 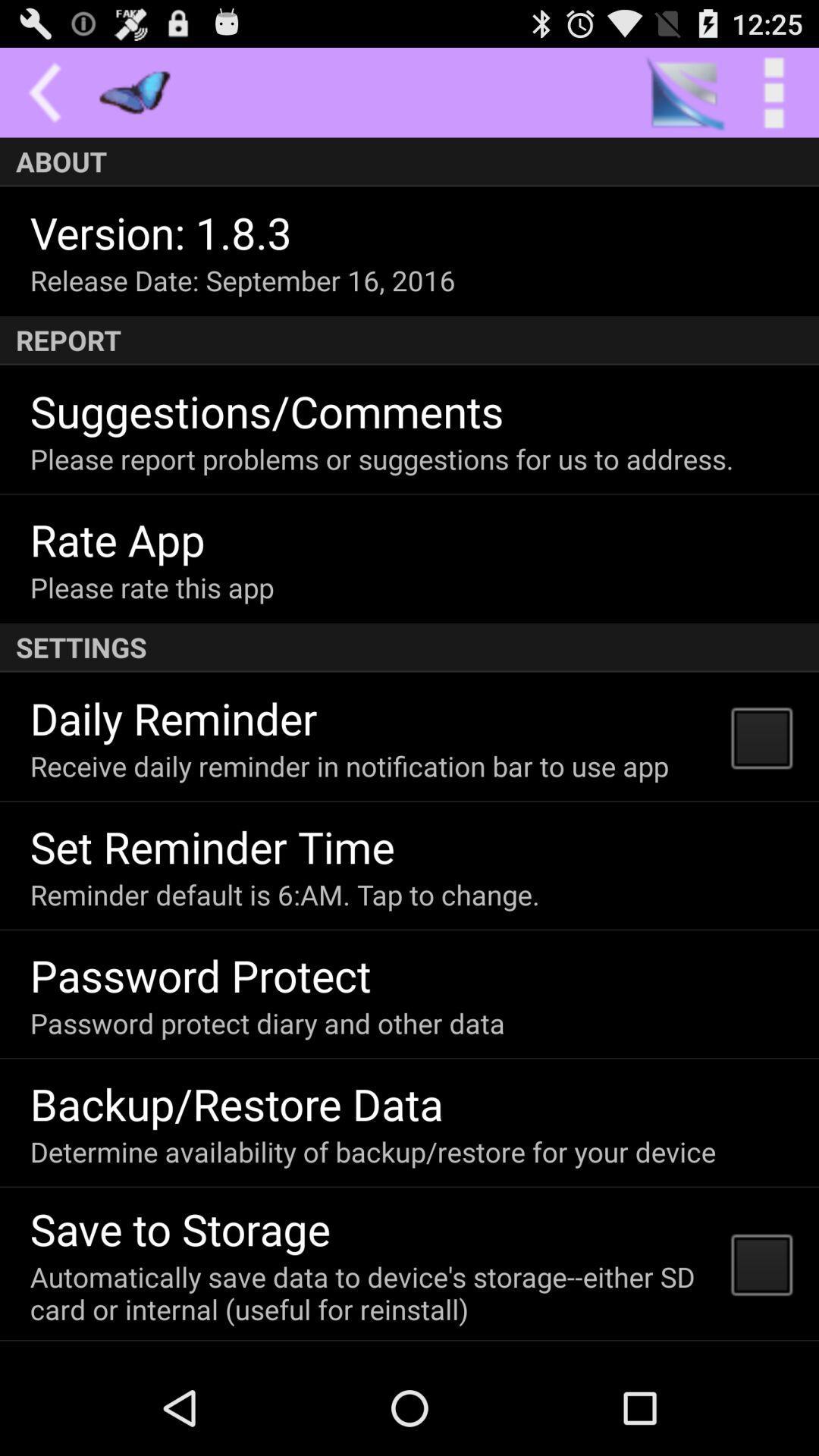 What do you see at coordinates (284, 894) in the screenshot?
I see `the reminder default is icon` at bounding box center [284, 894].